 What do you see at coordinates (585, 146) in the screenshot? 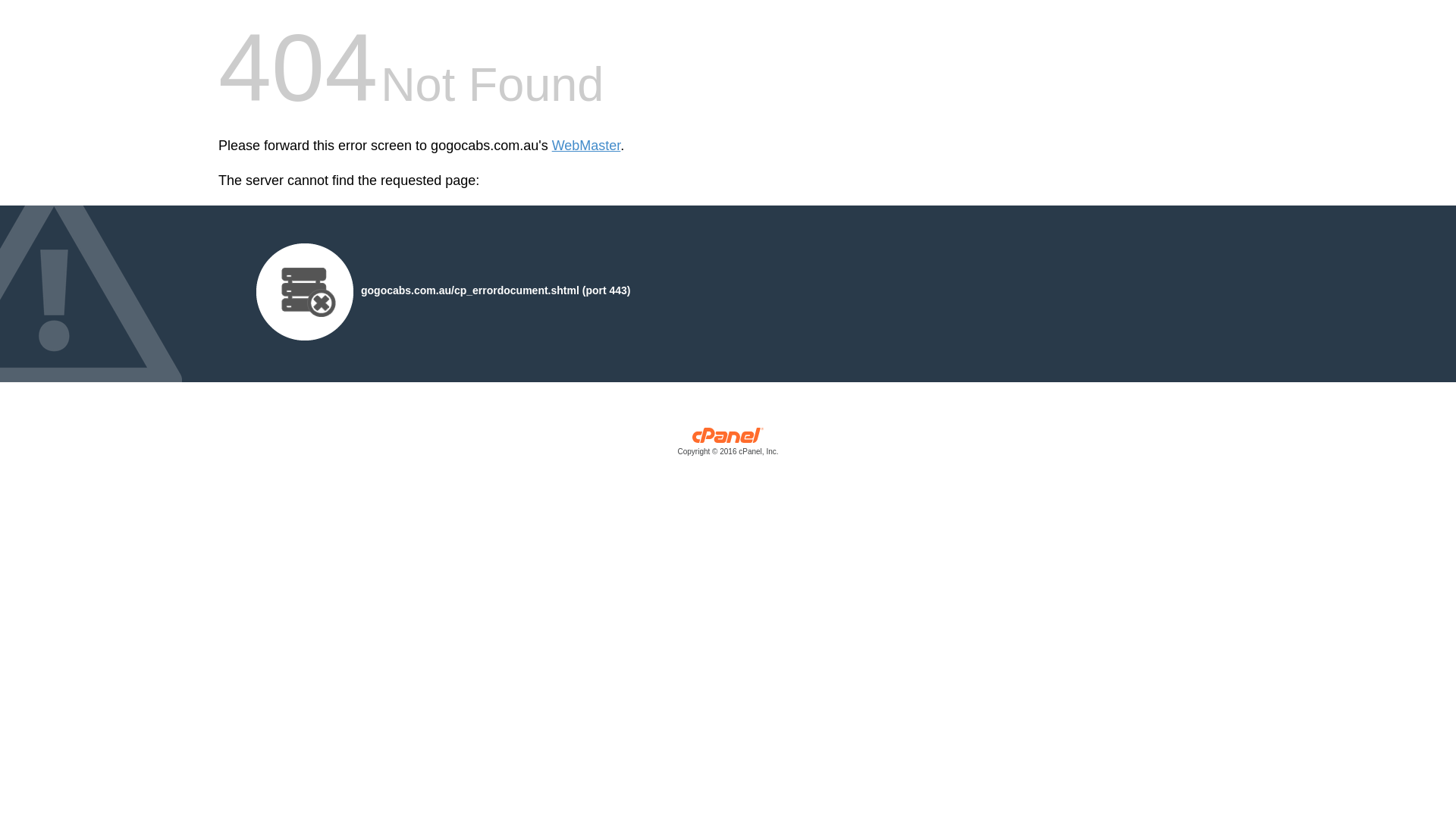
I see `'WebMaster'` at bounding box center [585, 146].